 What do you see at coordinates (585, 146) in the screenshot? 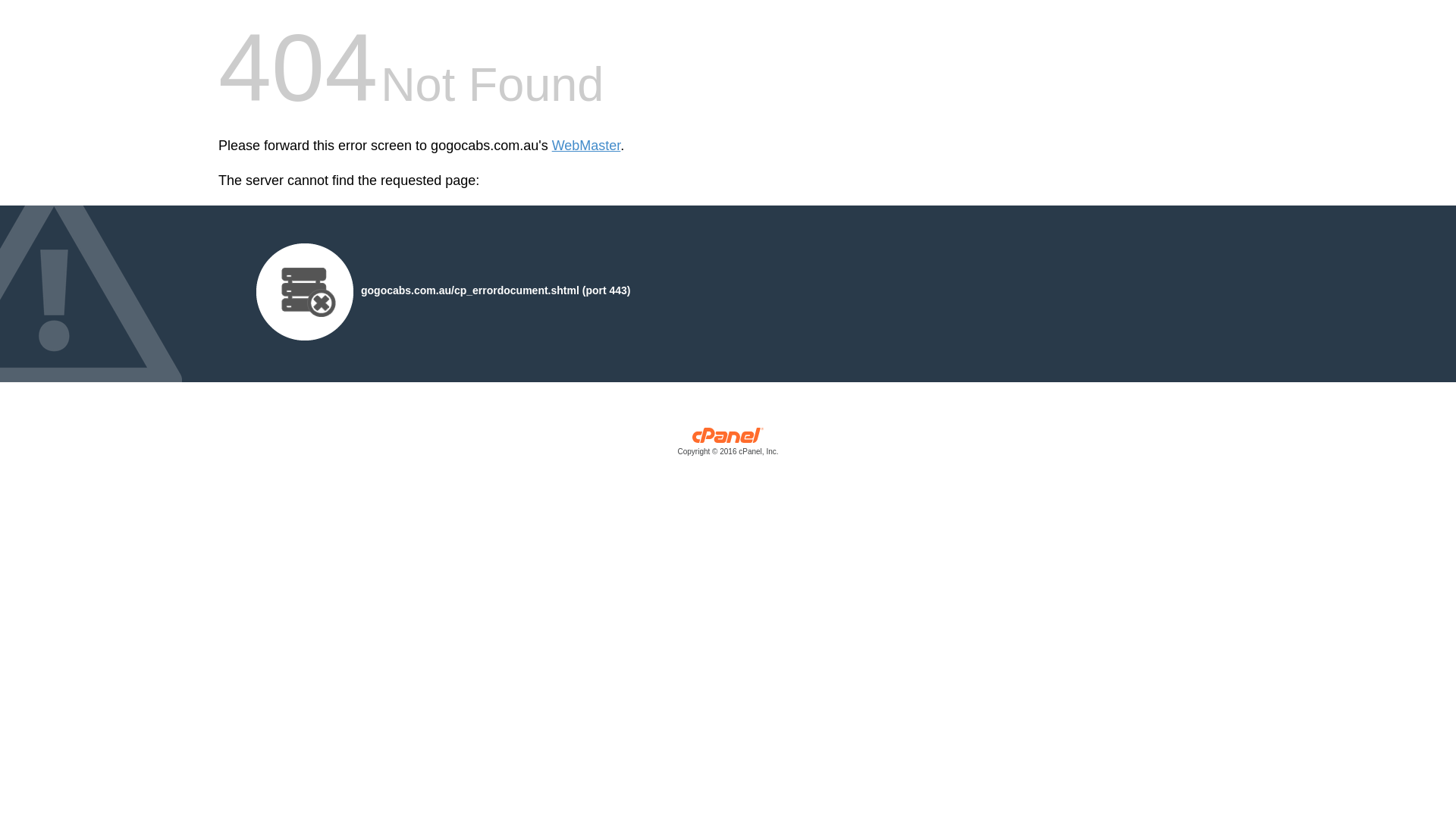
I see `'WebMaster'` at bounding box center [585, 146].